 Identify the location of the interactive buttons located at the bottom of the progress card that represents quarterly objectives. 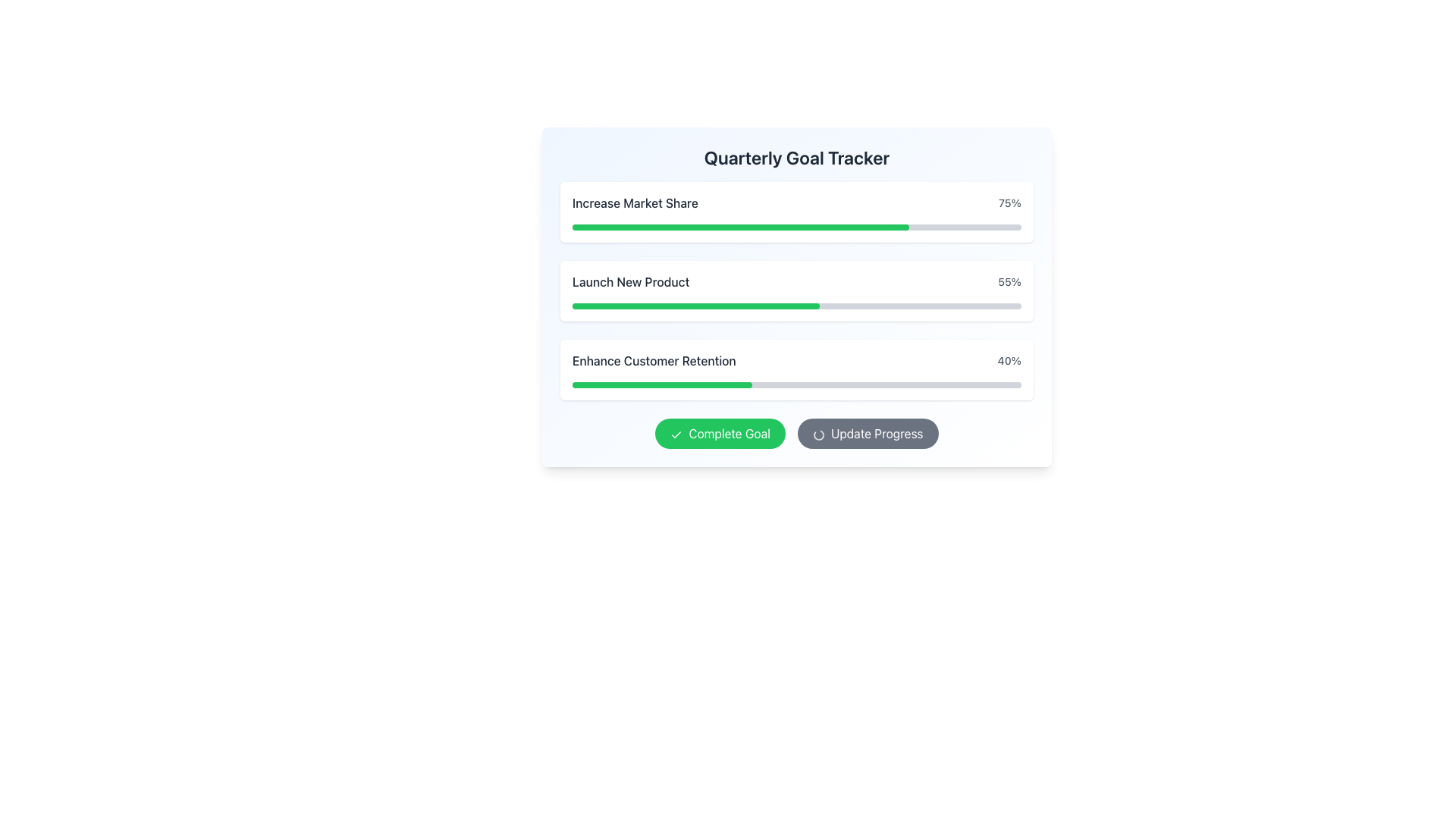
(796, 297).